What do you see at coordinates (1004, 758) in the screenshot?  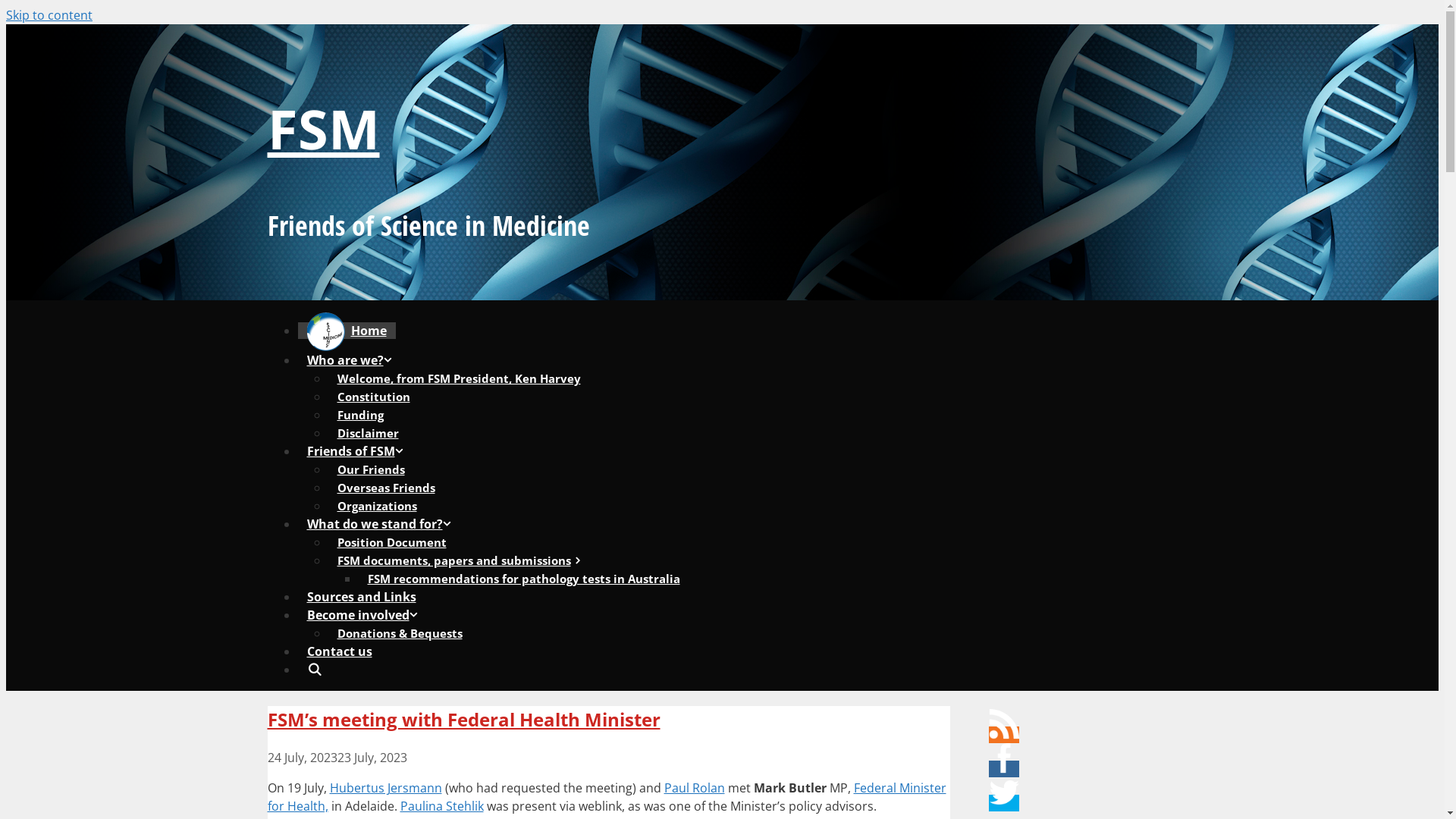 I see `'Facebook'` at bounding box center [1004, 758].